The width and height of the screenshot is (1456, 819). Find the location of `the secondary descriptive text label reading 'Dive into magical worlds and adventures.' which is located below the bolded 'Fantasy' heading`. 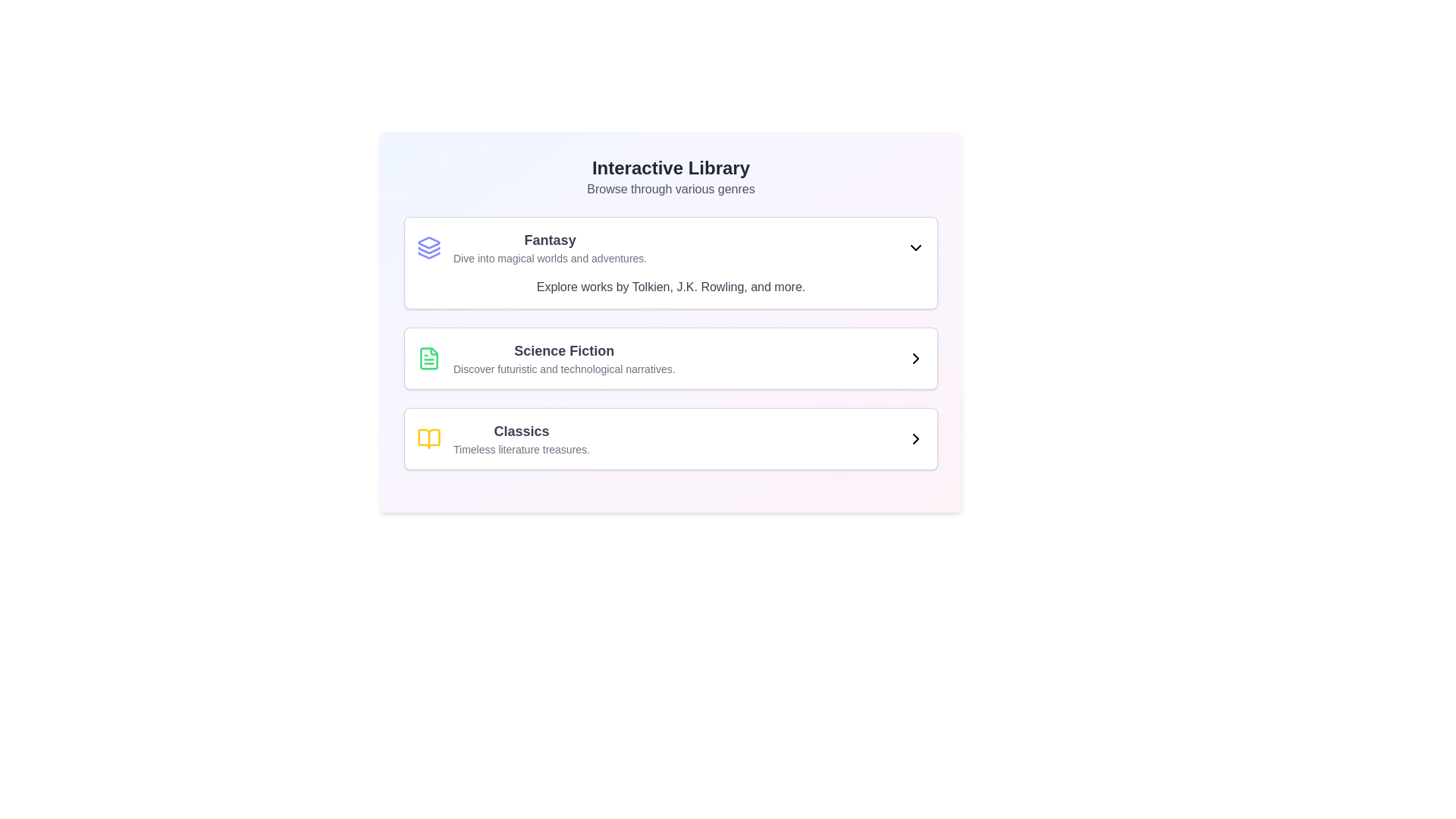

the secondary descriptive text label reading 'Dive into magical worlds and adventures.' which is located below the bolded 'Fantasy' heading is located at coordinates (549, 257).